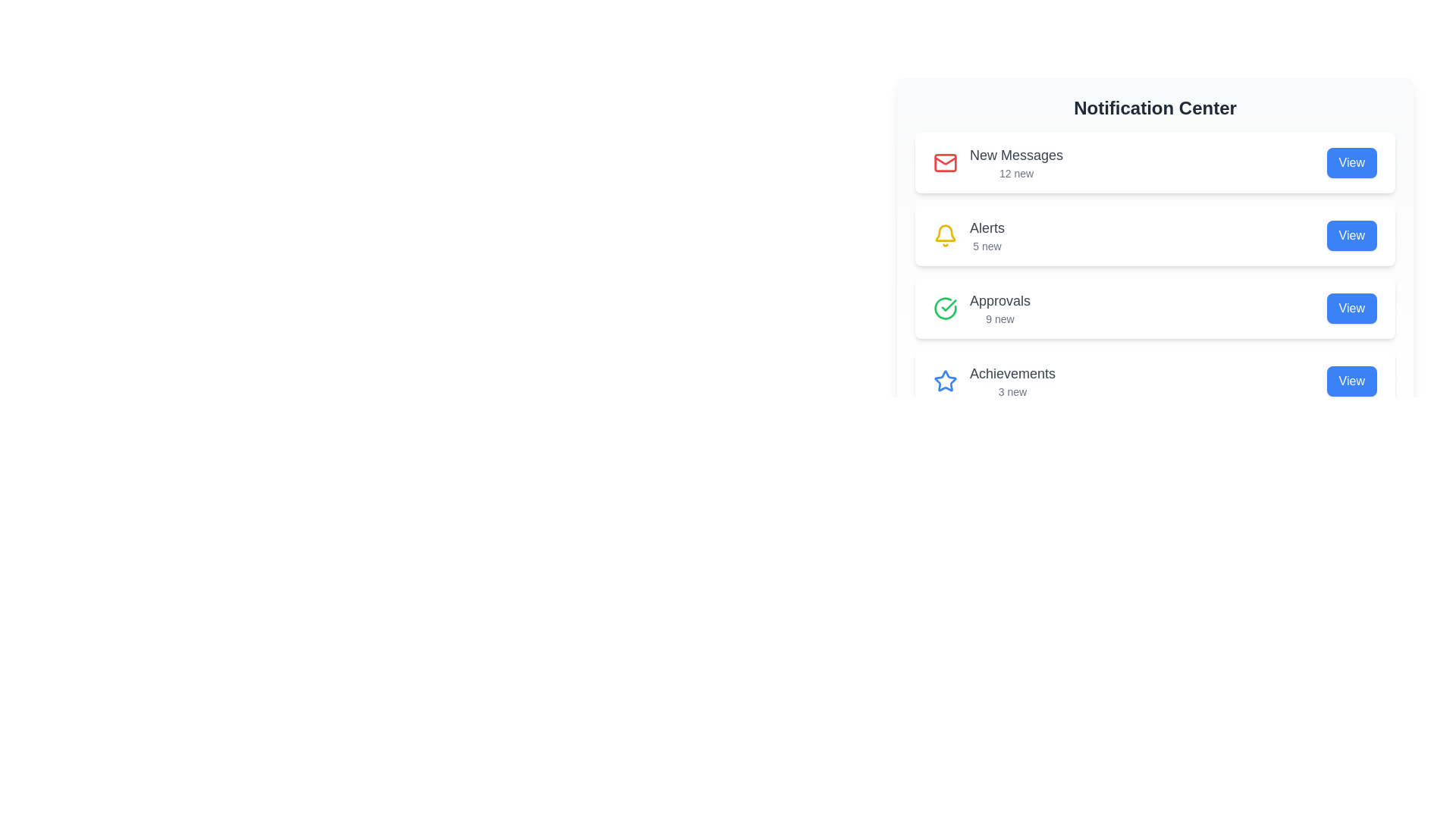 Image resolution: width=1456 pixels, height=819 pixels. I want to click on the Text Label displaying '12 new', which is positioned below the 'New Messages' text in the notification section, so click(1016, 172).